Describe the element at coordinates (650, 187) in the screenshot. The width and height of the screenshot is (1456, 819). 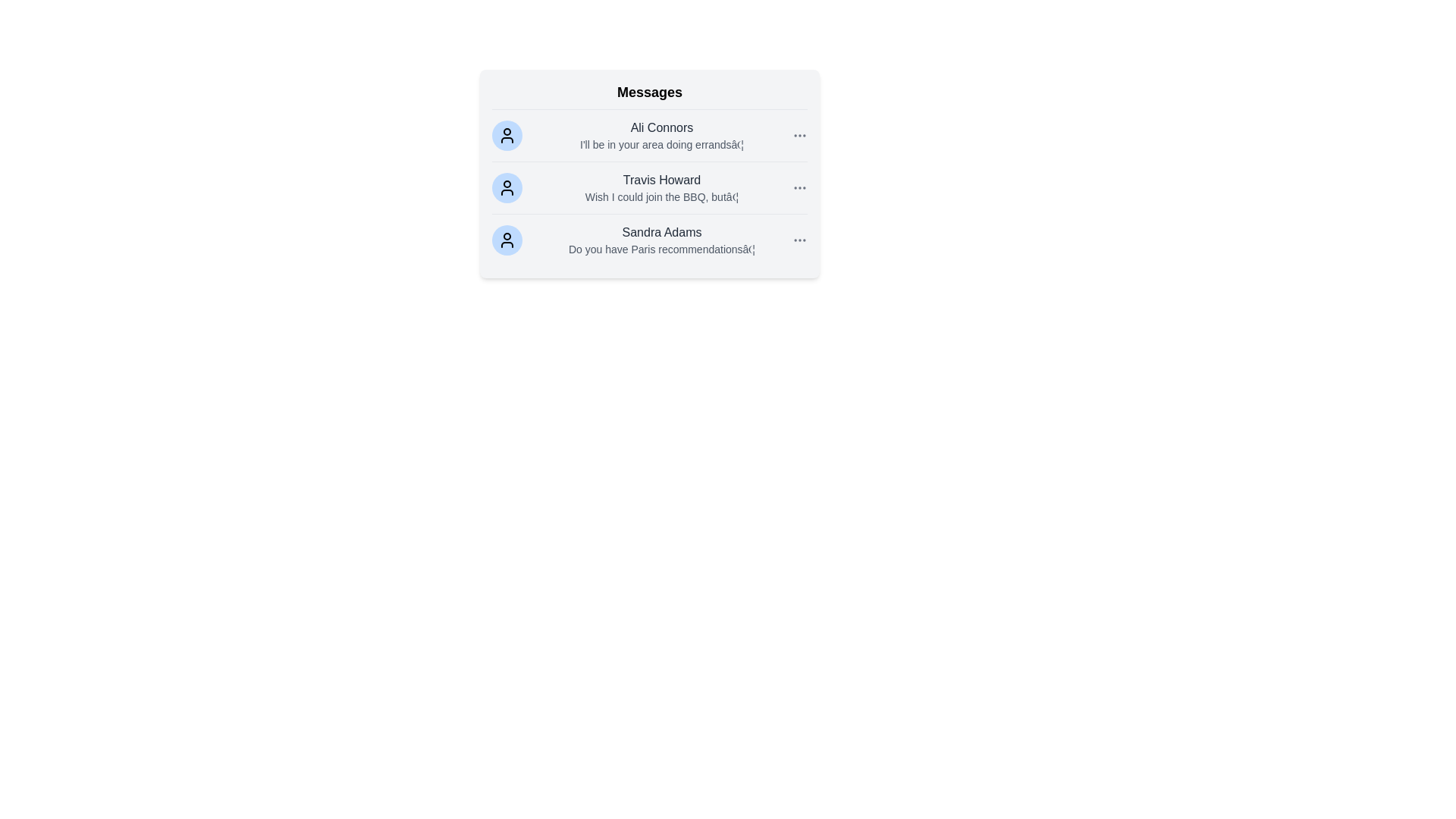
I see `the messages displayed in the List Component within the 'Messages' card, which contains three rows of contact names and messages` at that location.